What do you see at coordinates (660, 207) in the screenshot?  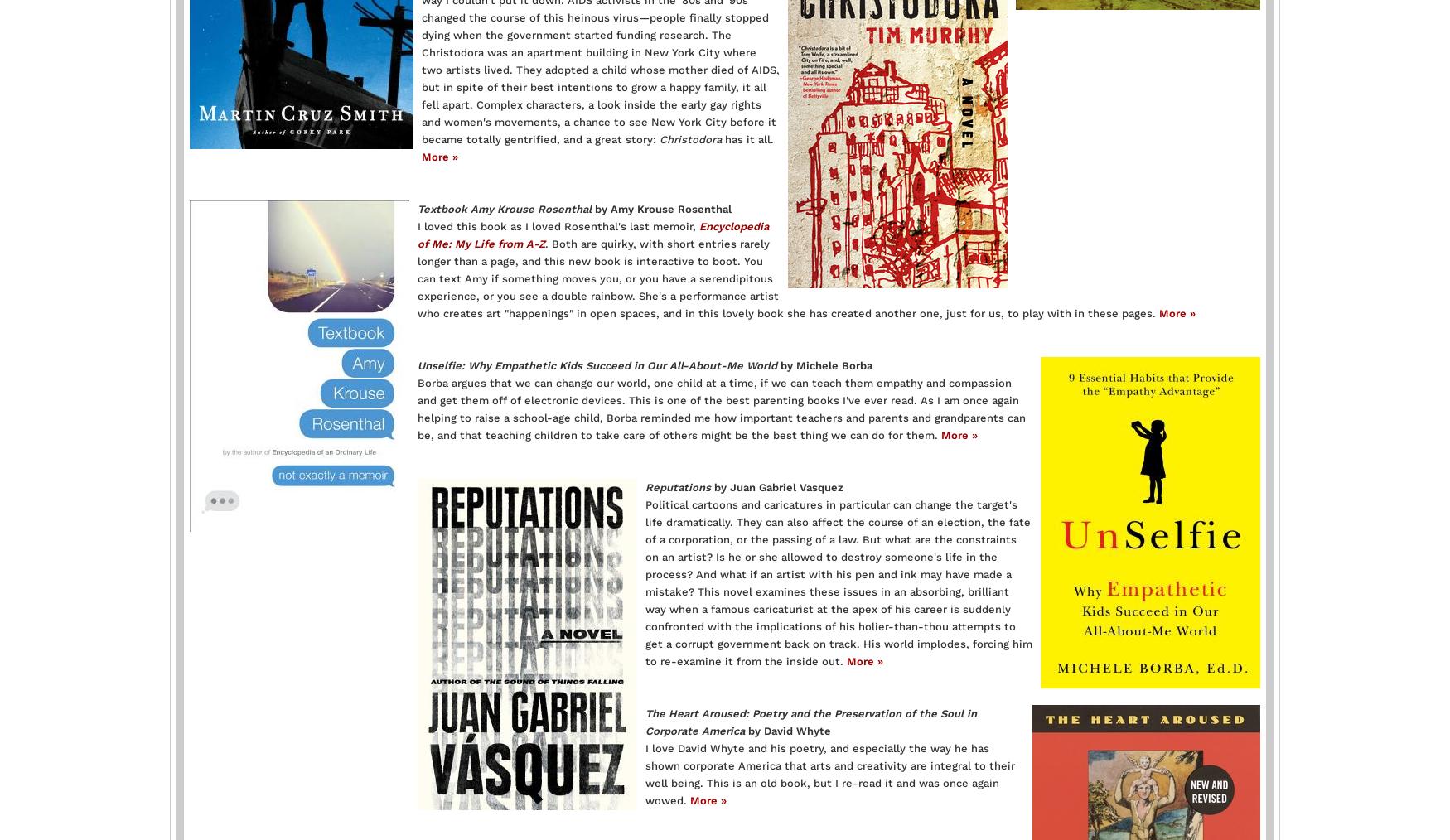 I see `'by Amy Krouse Rosenthal'` at bounding box center [660, 207].